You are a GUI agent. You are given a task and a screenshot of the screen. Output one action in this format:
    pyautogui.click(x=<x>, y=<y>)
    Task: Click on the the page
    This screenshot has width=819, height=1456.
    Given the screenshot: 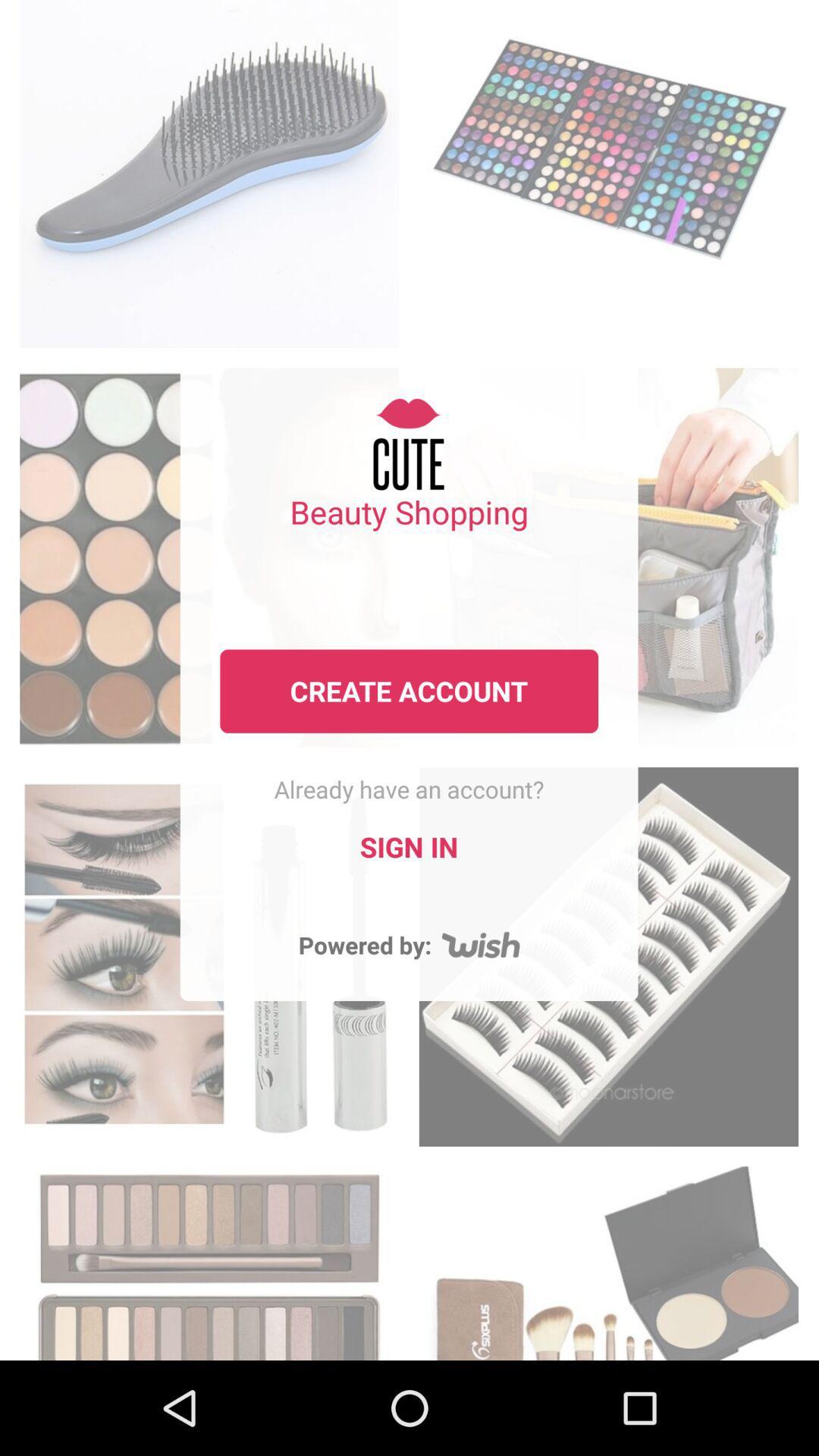 What is the action you would take?
    pyautogui.click(x=209, y=170)
    